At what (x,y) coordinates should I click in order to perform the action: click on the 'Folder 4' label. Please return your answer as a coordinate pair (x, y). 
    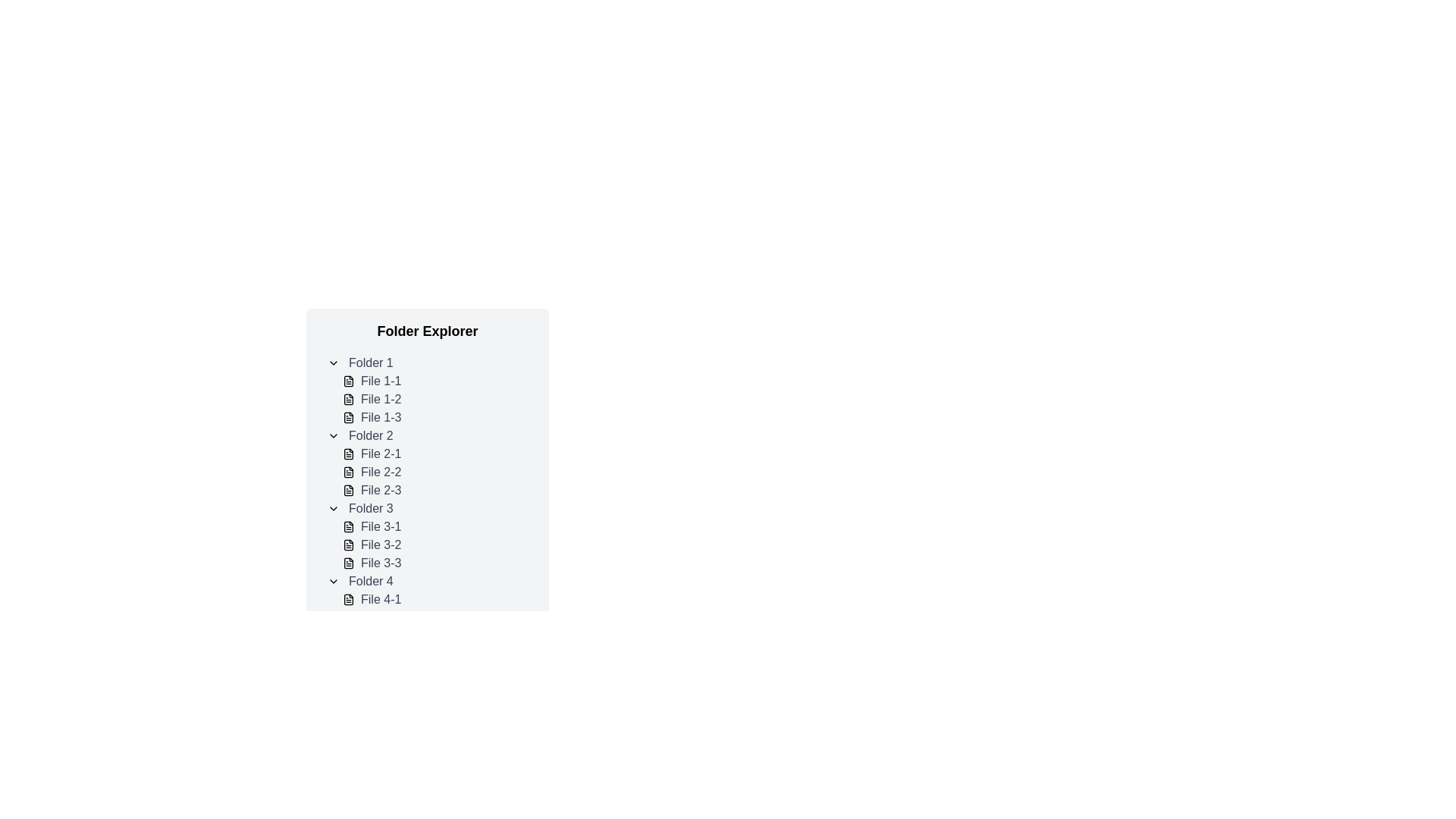
    Looking at the image, I should click on (371, 581).